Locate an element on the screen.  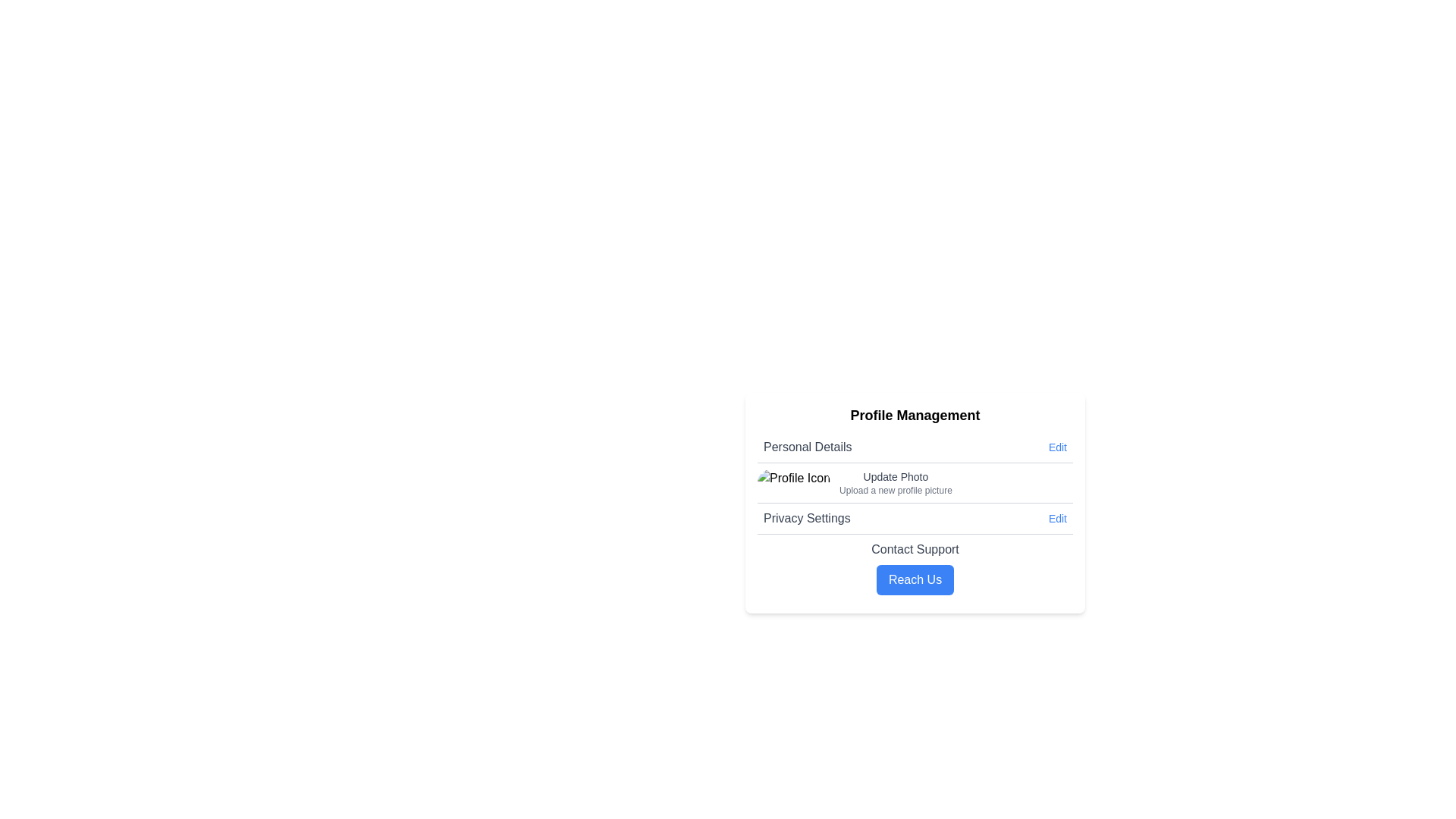
the interactive text link labeled 'Edit' located at the right end of the 'Privacy Settings' row is located at coordinates (1056, 517).